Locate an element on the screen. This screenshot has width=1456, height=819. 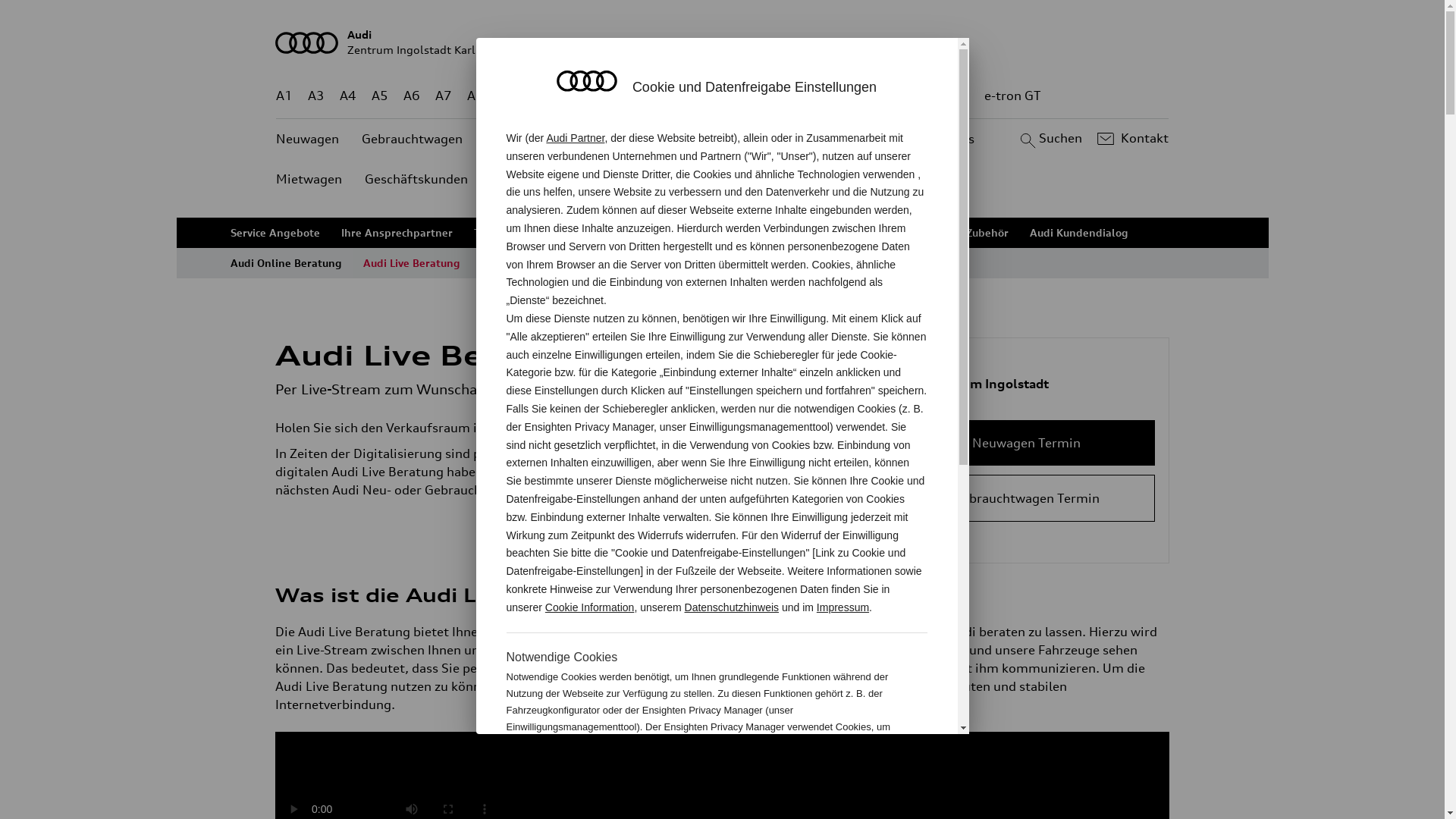
'A1' is located at coordinates (276, 96).